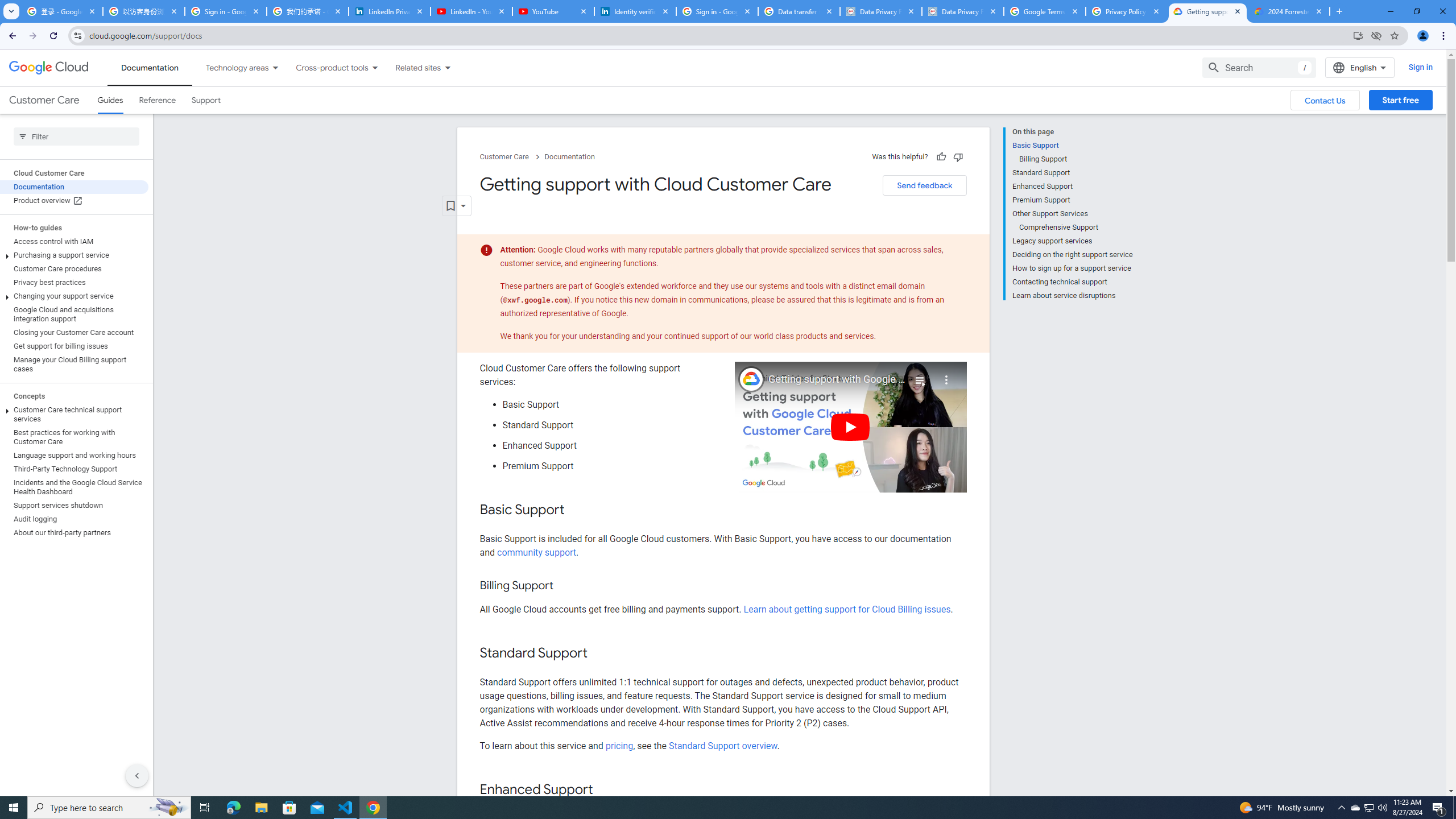  Describe the element at coordinates (447, 67) in the screenshot. I see `'Dropdown menu for Related sites'` at that location.